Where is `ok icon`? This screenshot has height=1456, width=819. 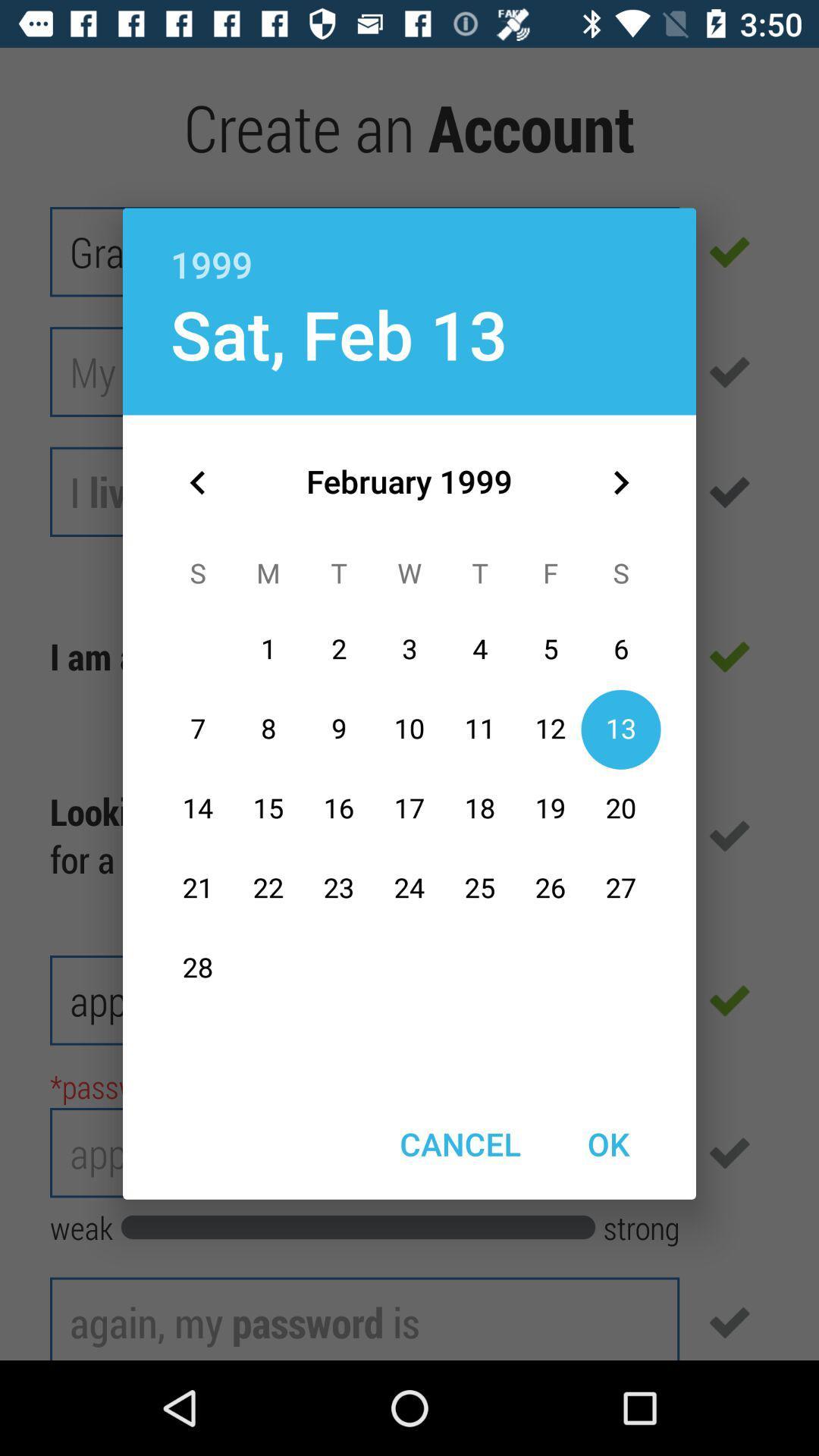
ok icon is located at coordinates (607, 1144).